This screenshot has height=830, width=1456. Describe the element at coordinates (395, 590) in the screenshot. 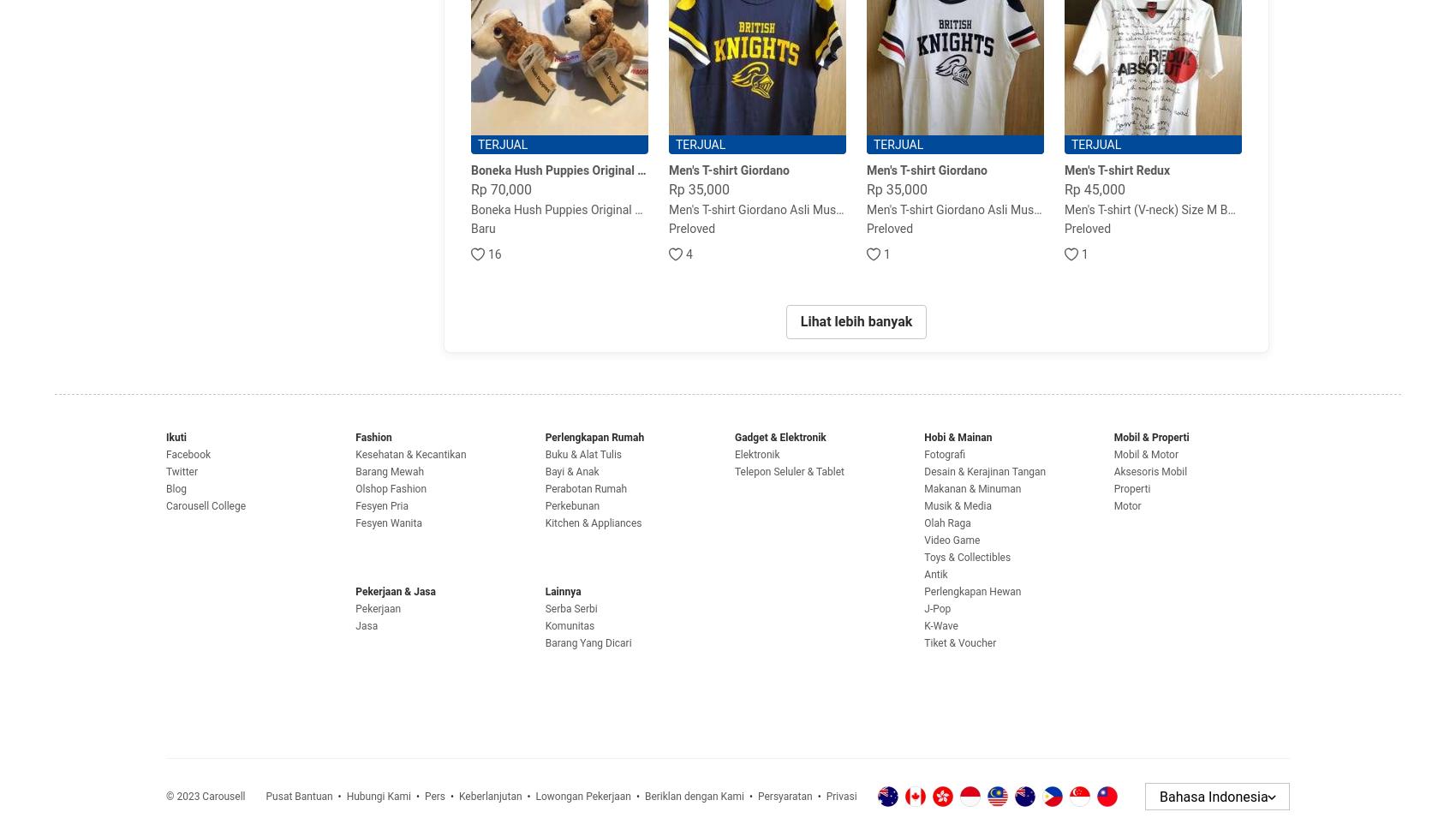

I see `'Pekerjaan & Jasa'` at that location.